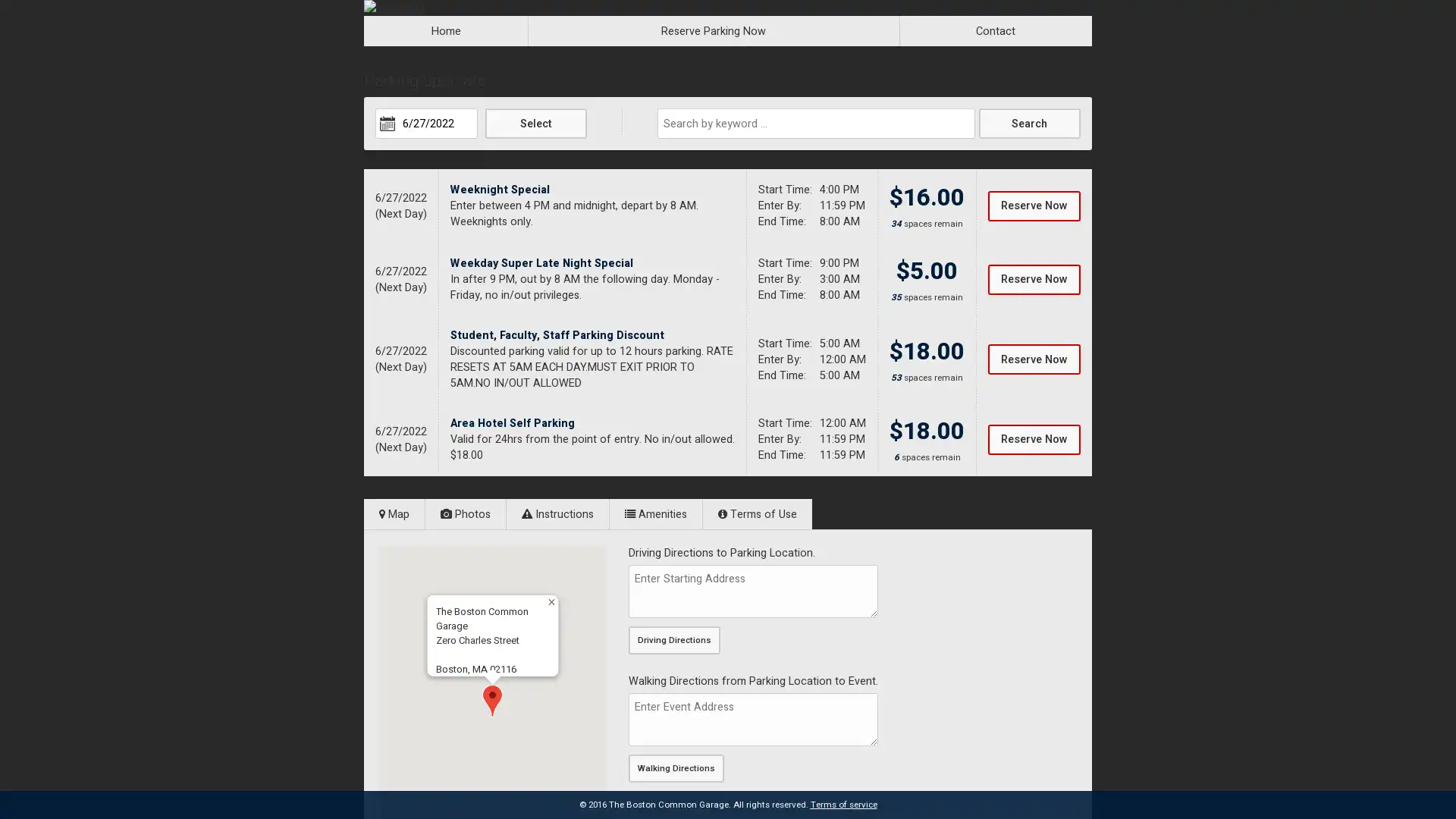  Describe the element at coordinates (673, 640) in the screenshot. I see `Driving Directions` at that location.